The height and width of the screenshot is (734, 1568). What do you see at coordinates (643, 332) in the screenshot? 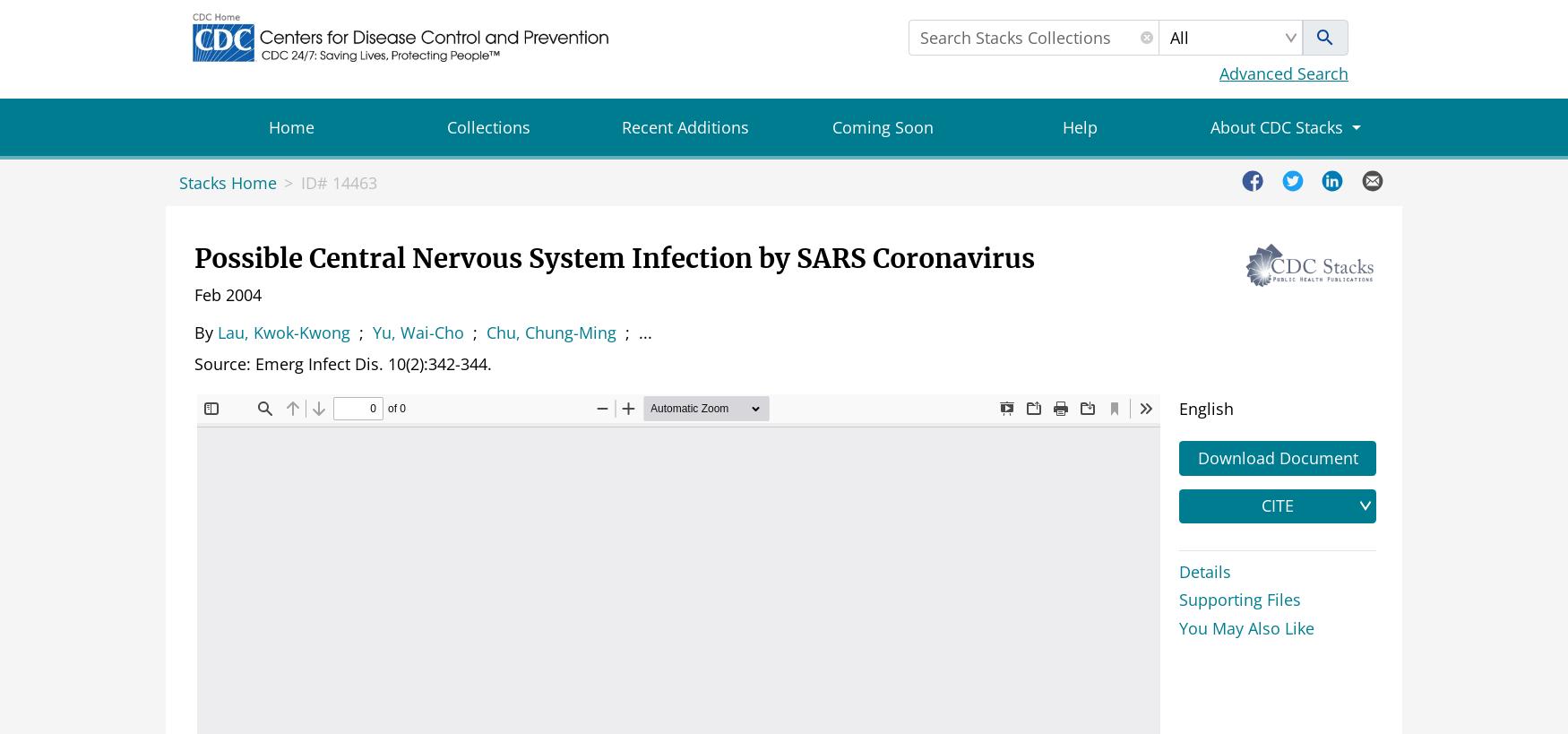
I see `'...'` at bounding box center [643, 332].